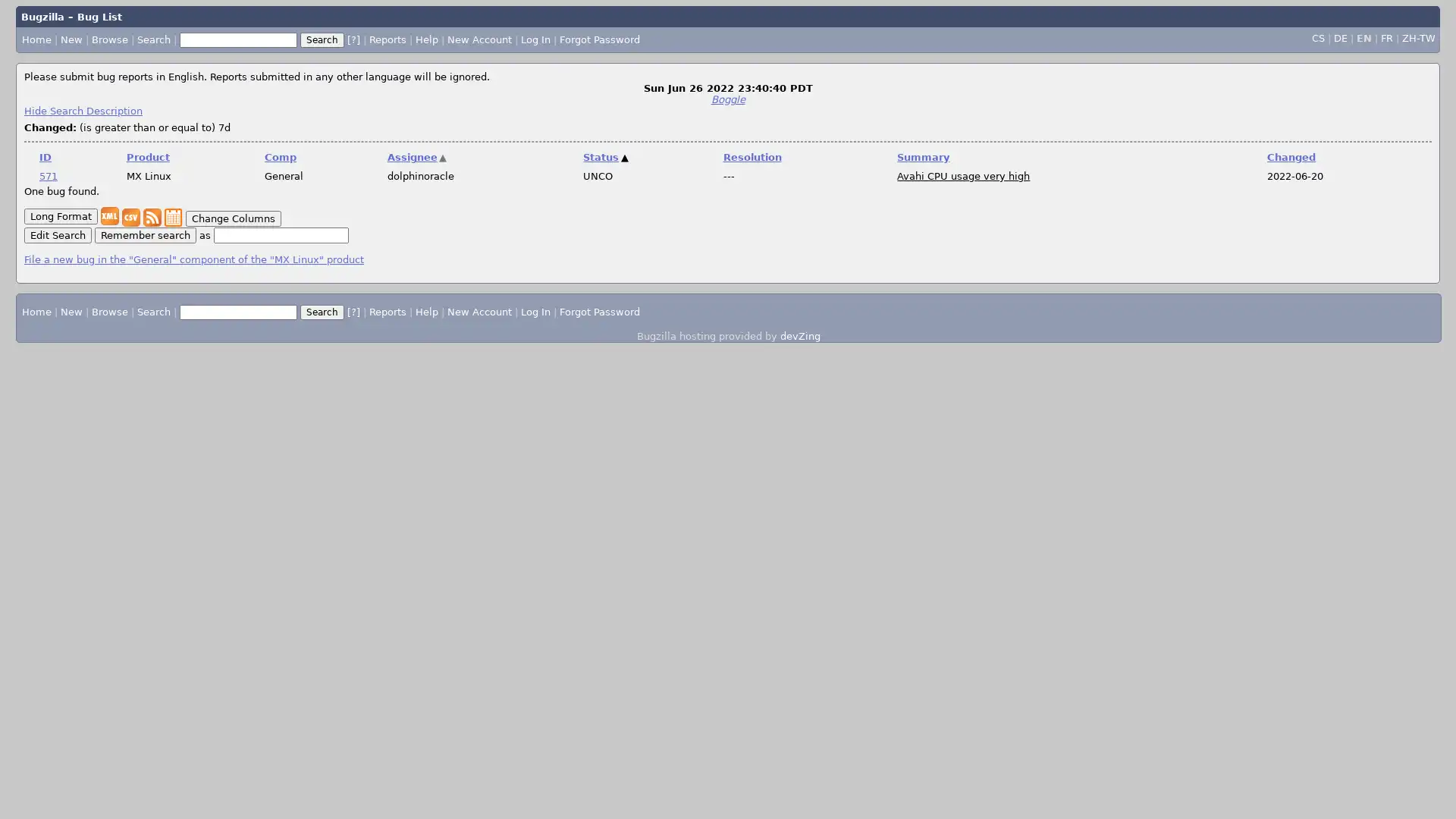 Image resolution: width=1456 pixels, height=819 pixels. What do you see at coordinates (146, 235) in the screenshot?
I see `Remember search` at bounding box center [146, 235].